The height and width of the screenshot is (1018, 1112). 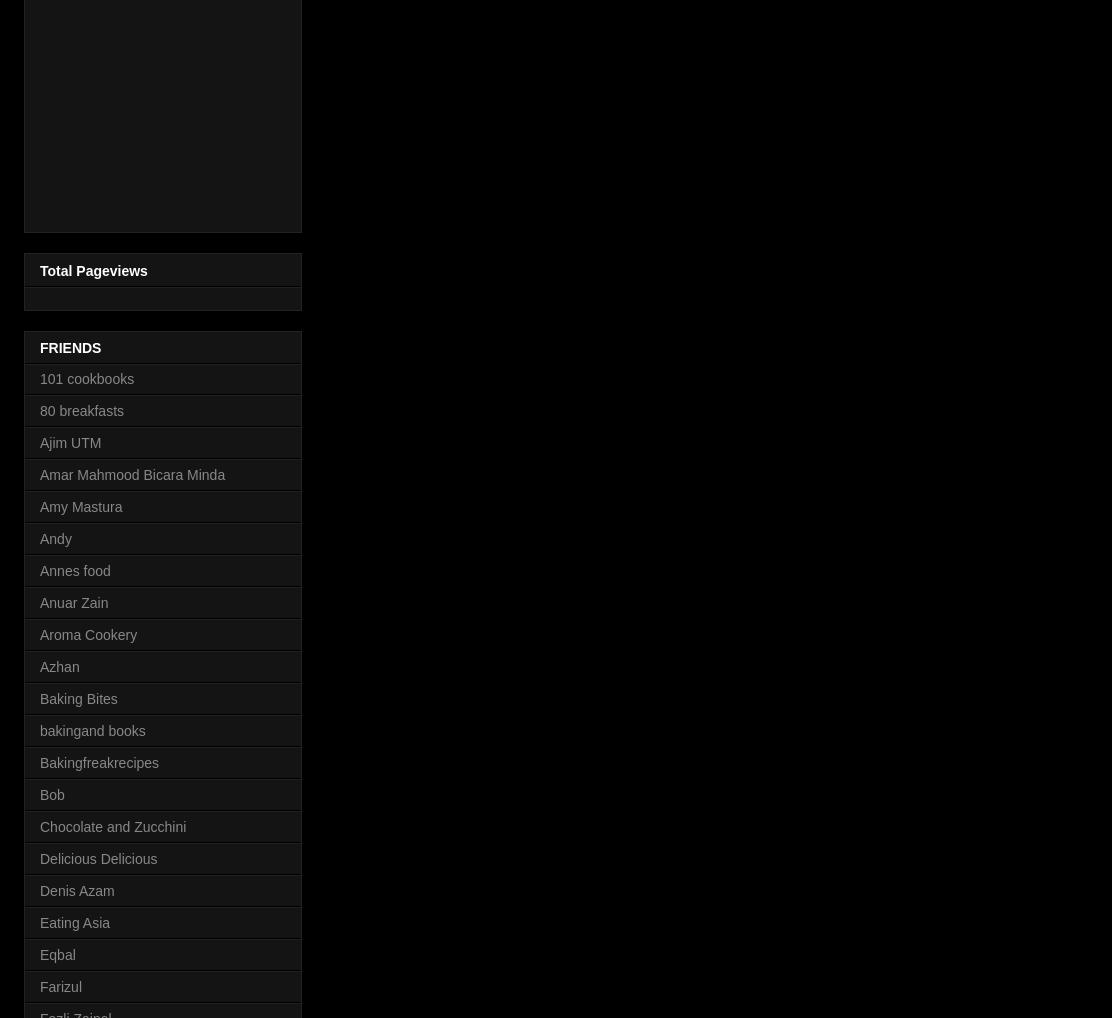 I want to click on 'Total Pageviews', so click(x=92, y=269).